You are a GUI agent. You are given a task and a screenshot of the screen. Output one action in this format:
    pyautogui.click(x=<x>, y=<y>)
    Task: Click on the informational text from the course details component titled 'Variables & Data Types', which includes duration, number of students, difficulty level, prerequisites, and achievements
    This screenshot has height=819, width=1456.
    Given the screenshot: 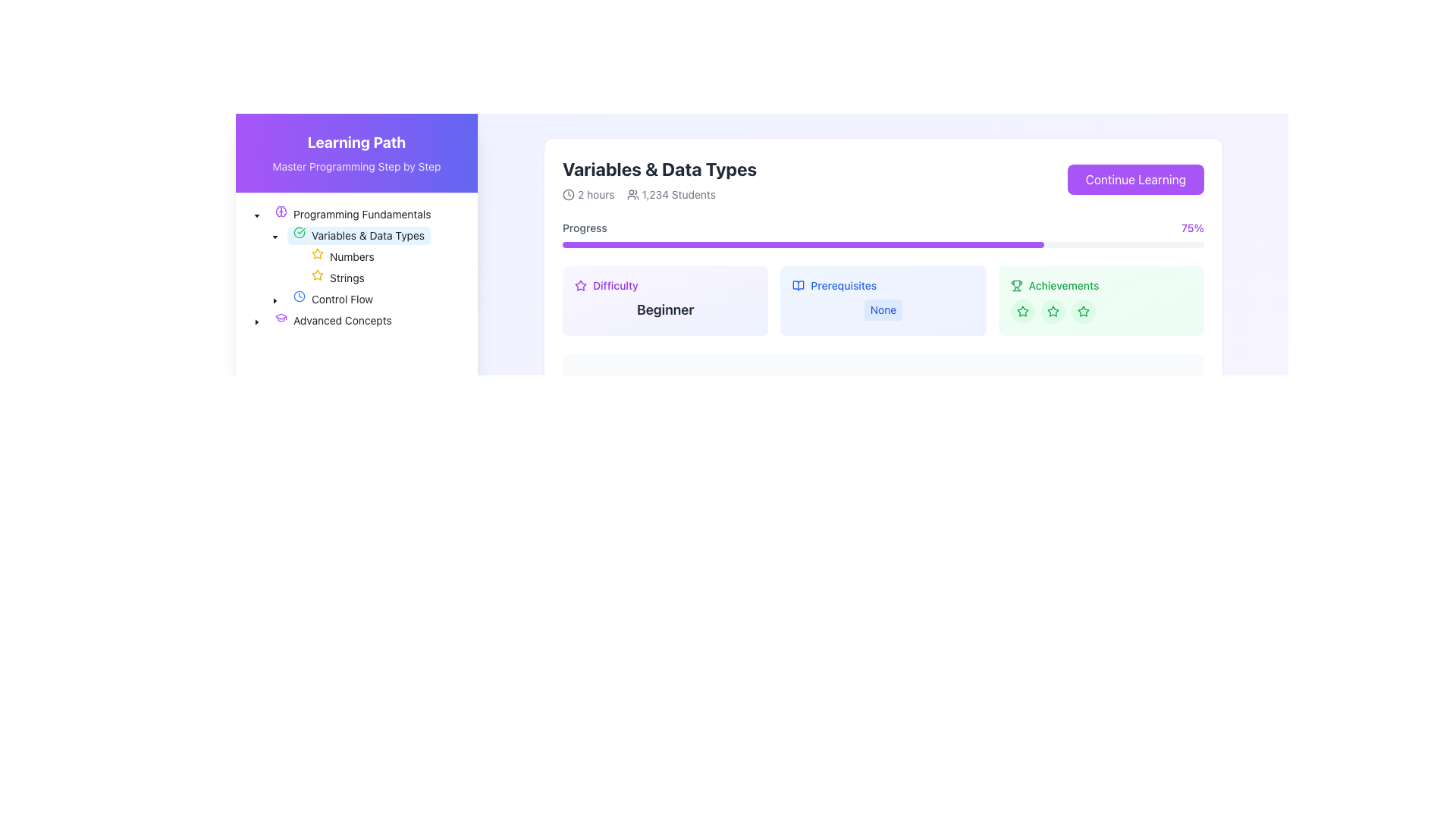 What is the action you would take?
    pyautogui.click(x=883, y=314)
    